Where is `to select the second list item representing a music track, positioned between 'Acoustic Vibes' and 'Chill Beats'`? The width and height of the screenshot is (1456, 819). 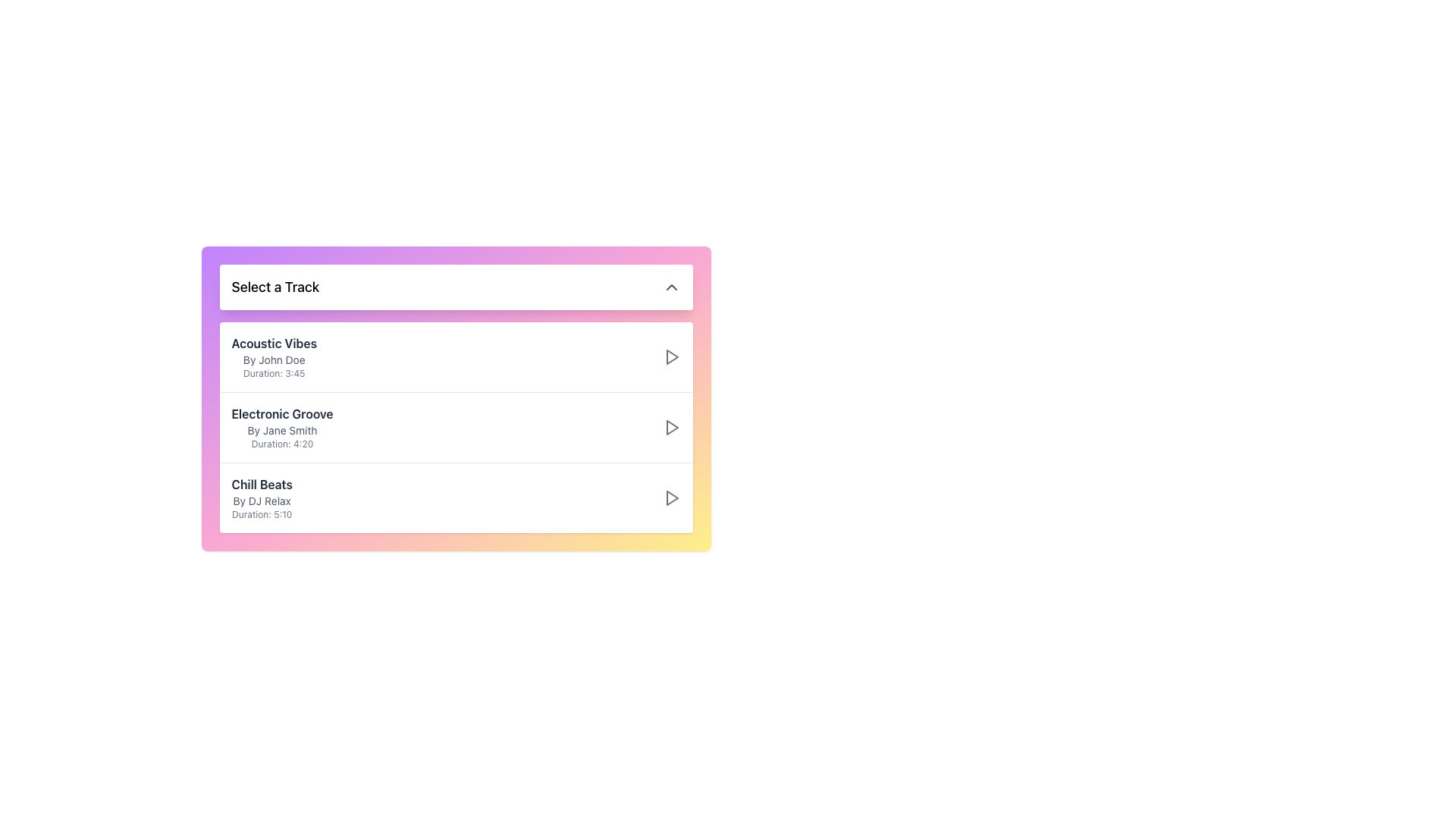
to select the second list item representing a music track, positioned between 'Acoustic Vibes' and 'Chill Beats' is located at coordinates (455, 427).